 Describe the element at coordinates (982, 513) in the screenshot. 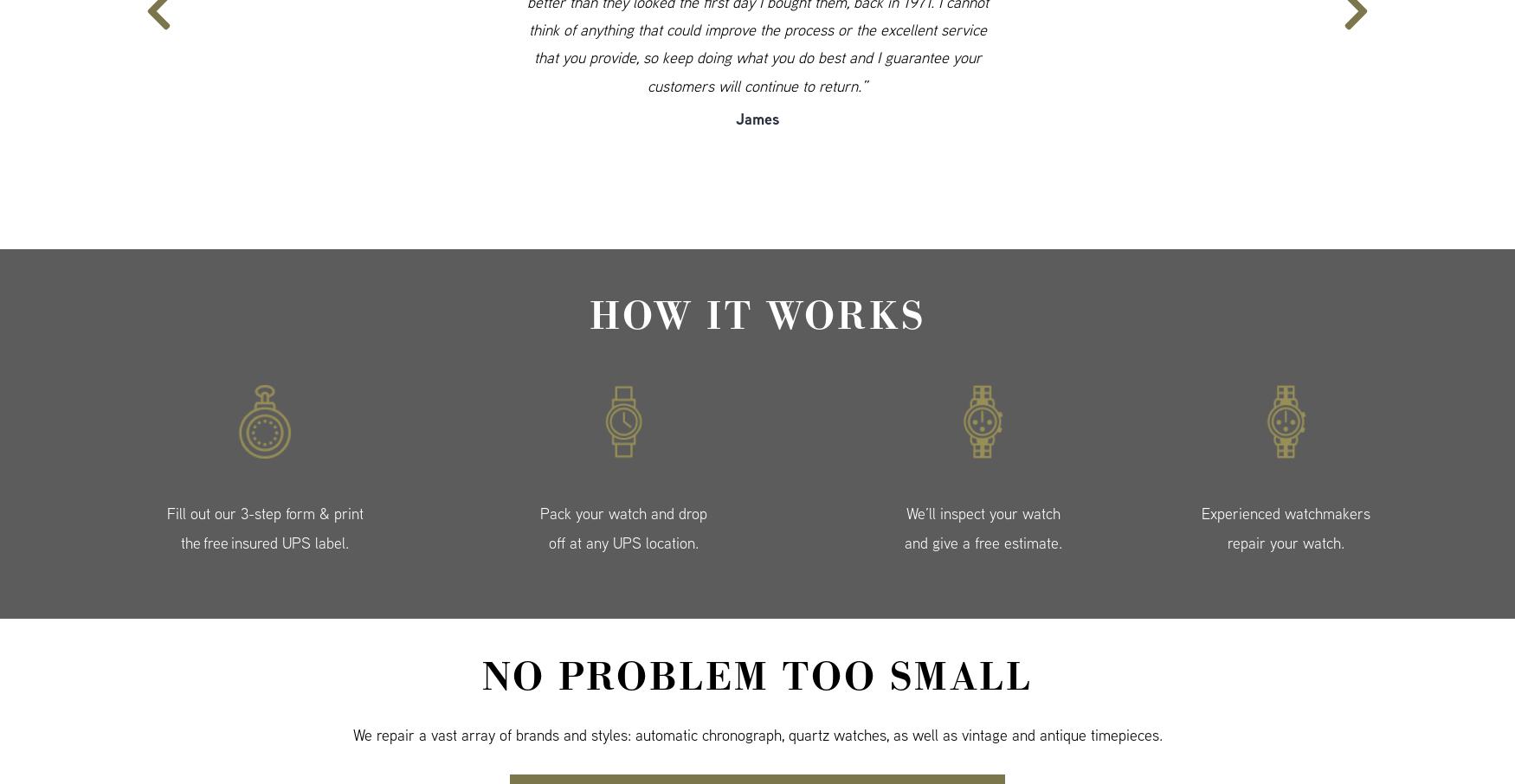

I see `'We’ll inspect your watch'` at that location.